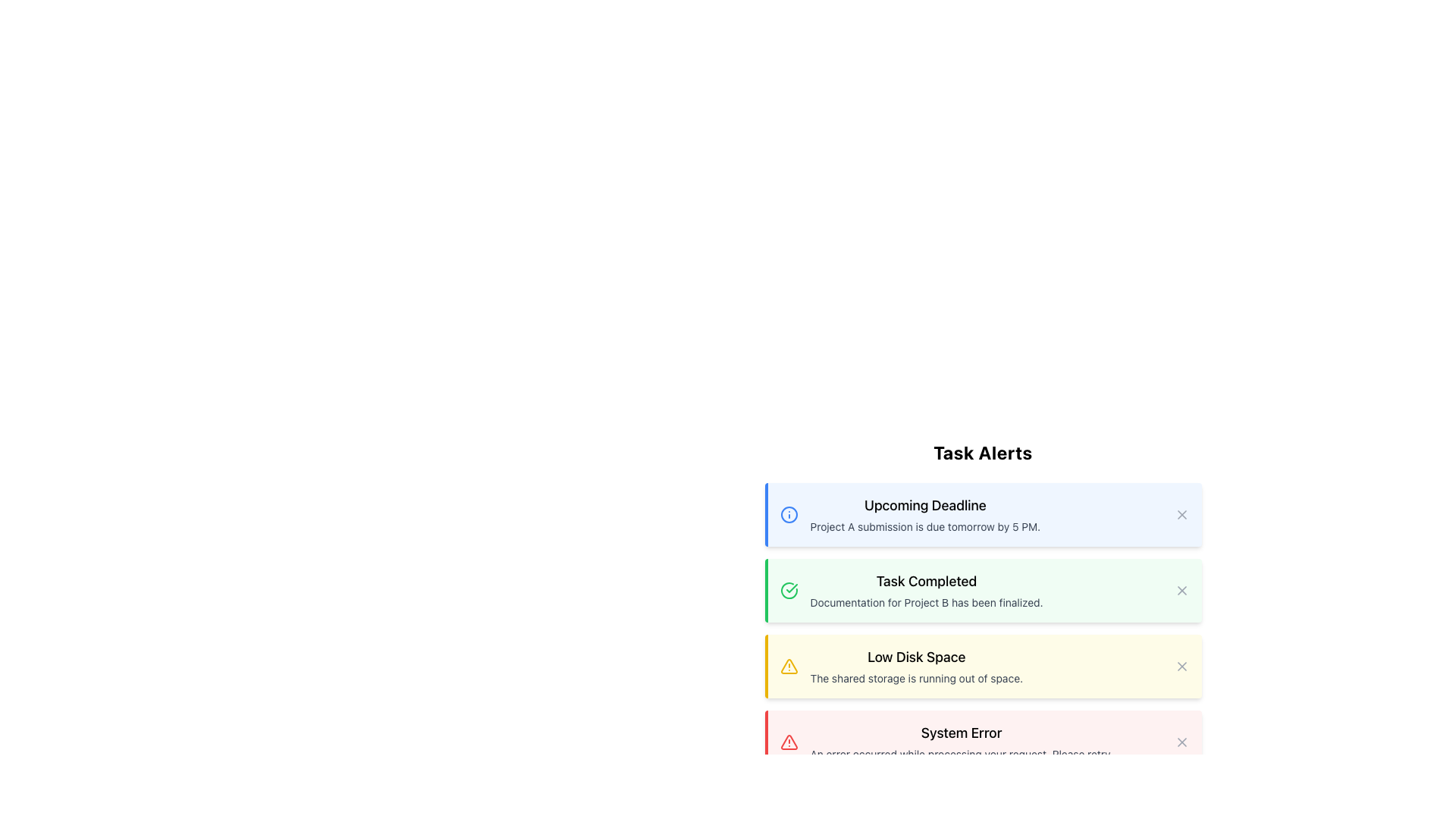 This screenshot has height=819, width=1456. Describe the element at coordinates (790, 587) in the screenshot. I see `the checkmark icon that signifies task completion from its position in the 'Task Completed' notification` at that location.